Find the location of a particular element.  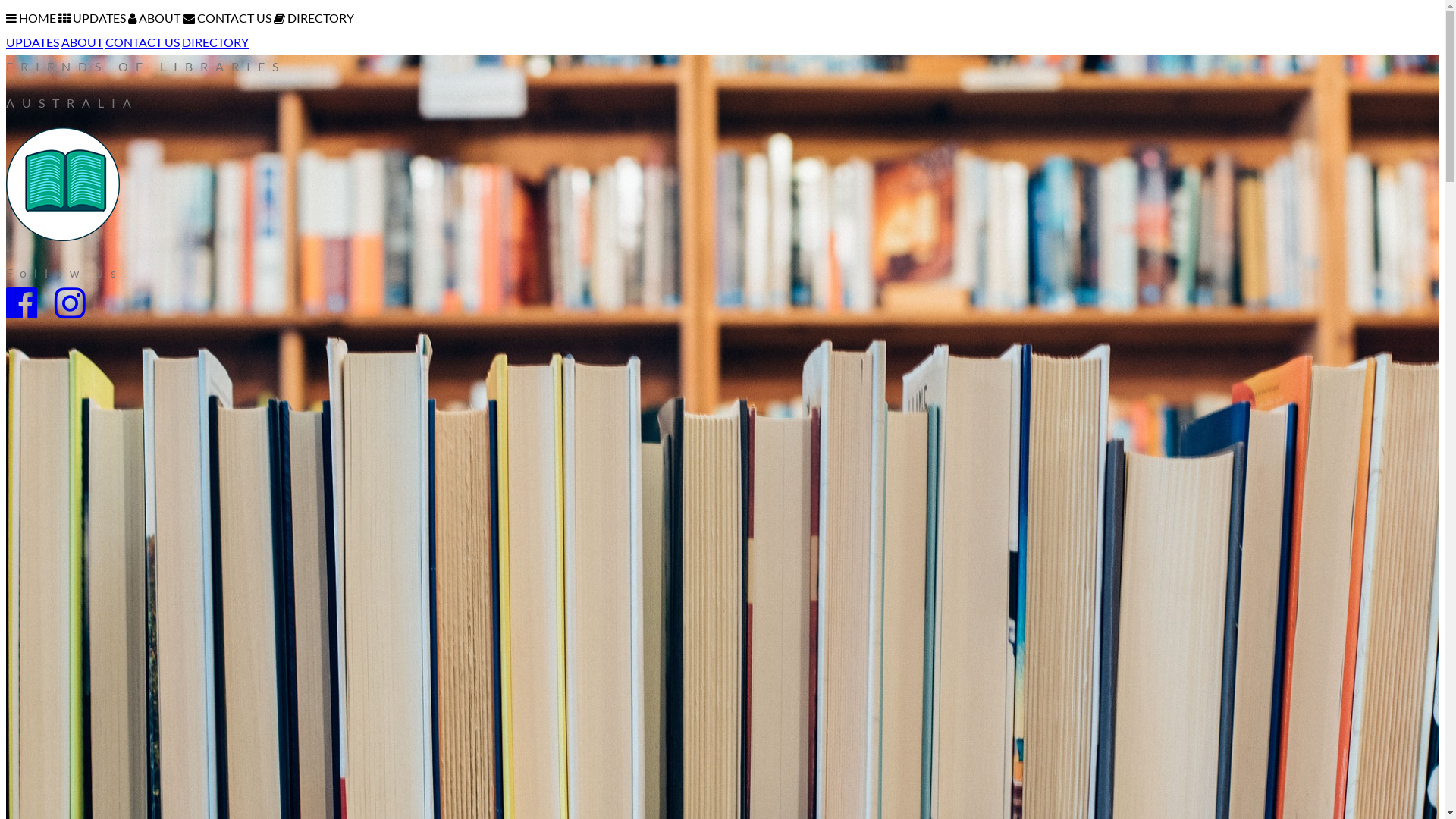

'CONTACT US' is located at coordinates (142, 41).